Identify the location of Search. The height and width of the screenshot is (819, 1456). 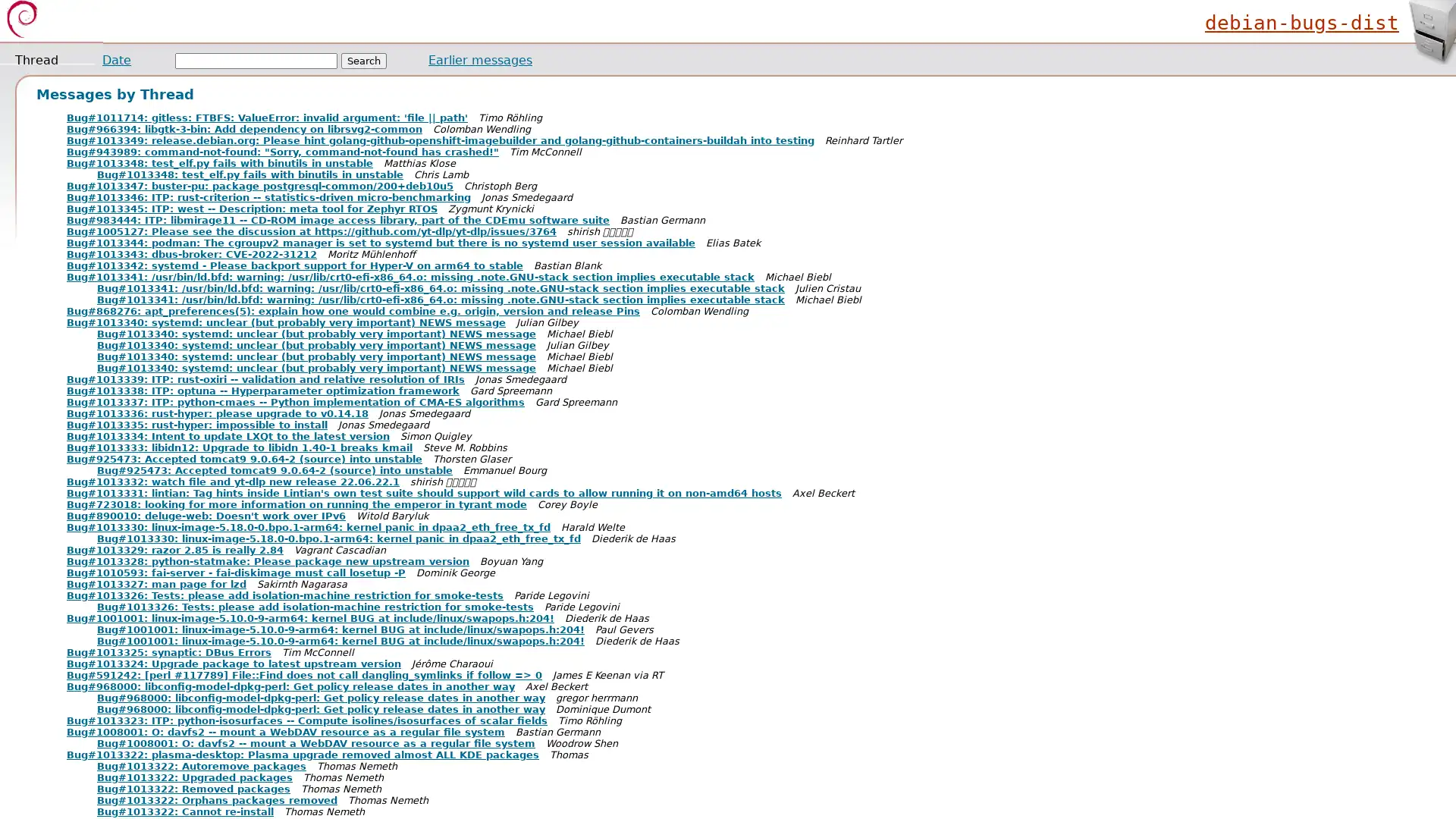
(364, 60).